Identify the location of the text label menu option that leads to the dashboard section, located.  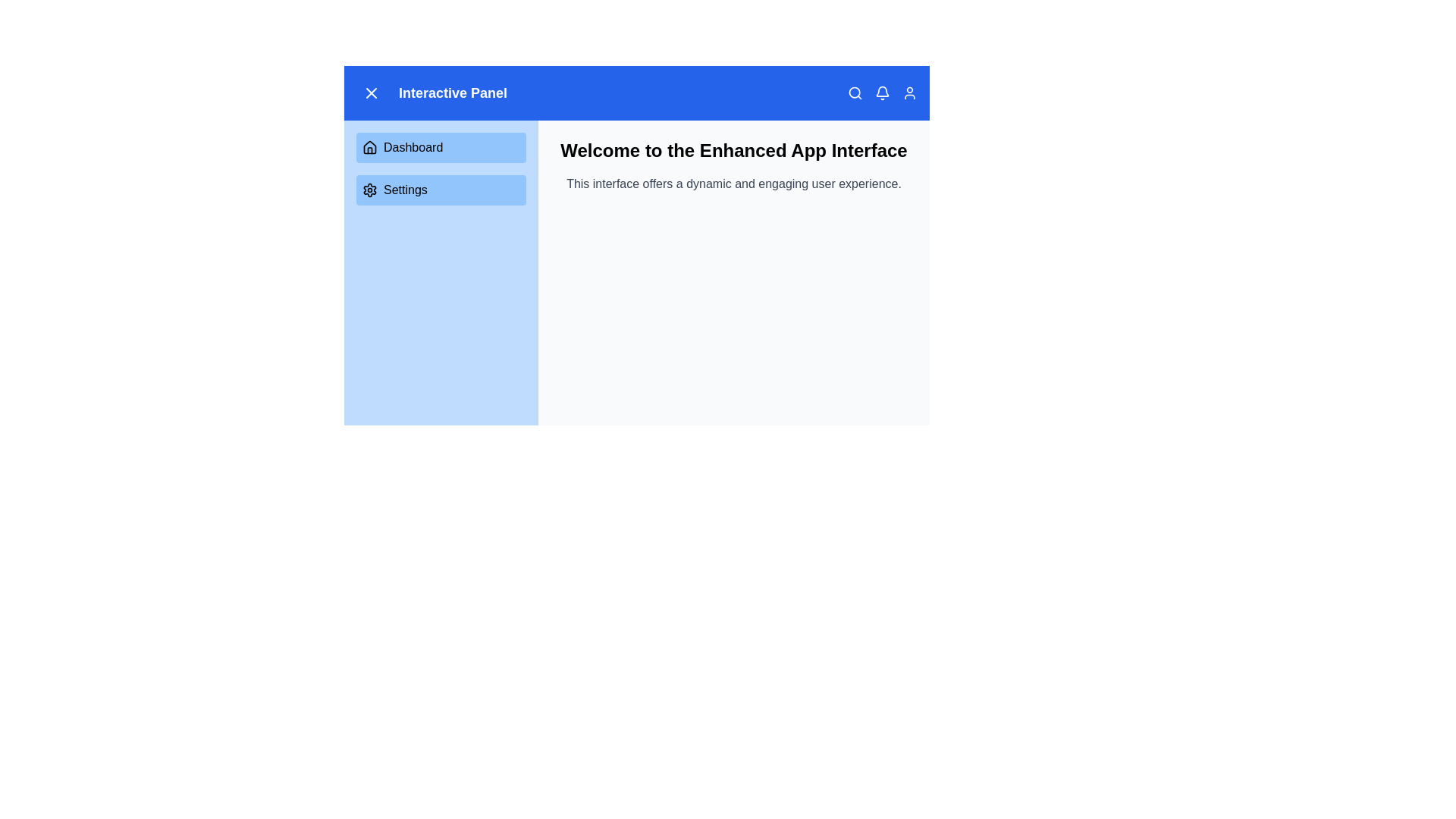
(413, 148).